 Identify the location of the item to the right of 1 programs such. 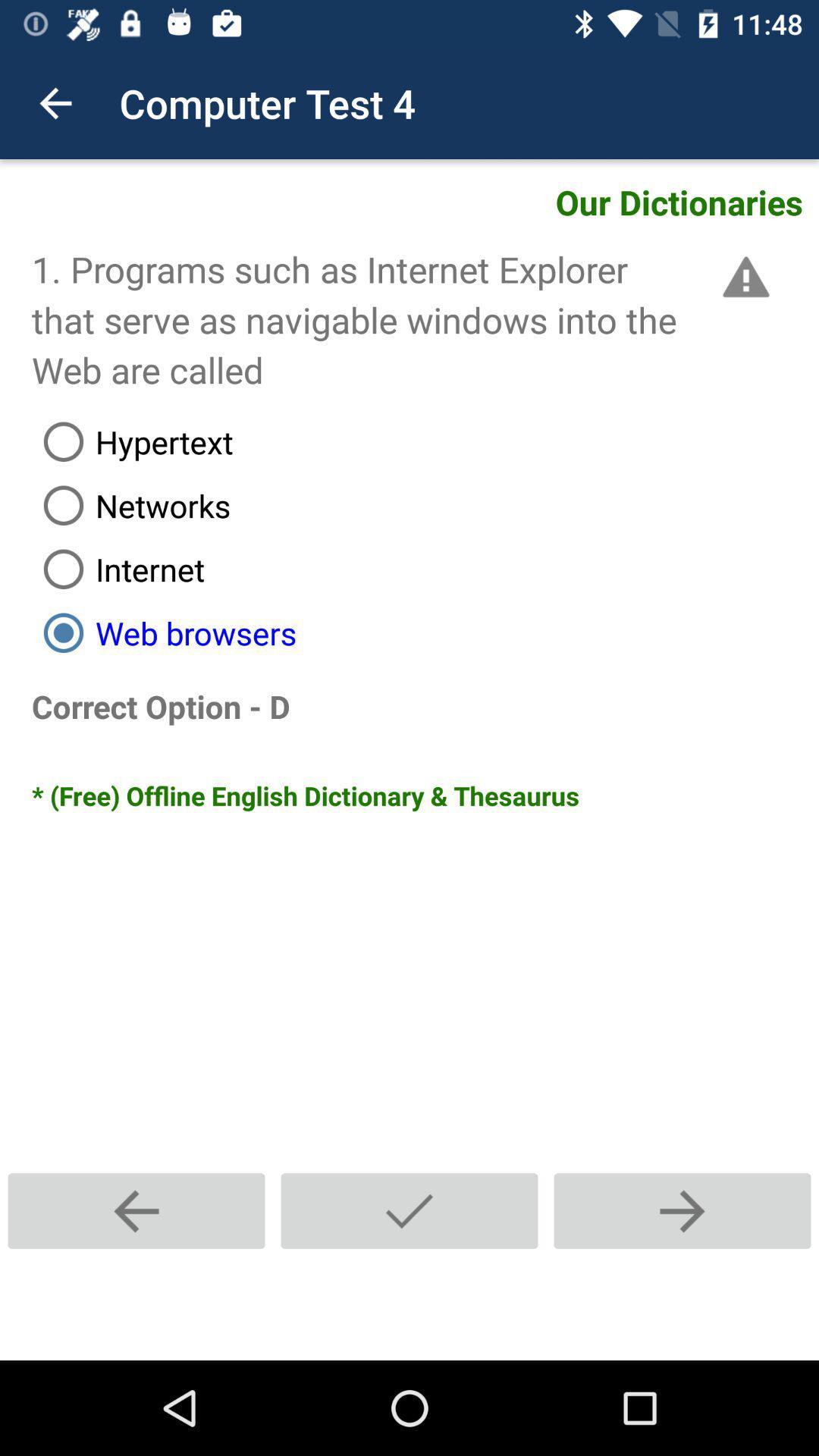
(742, 277).